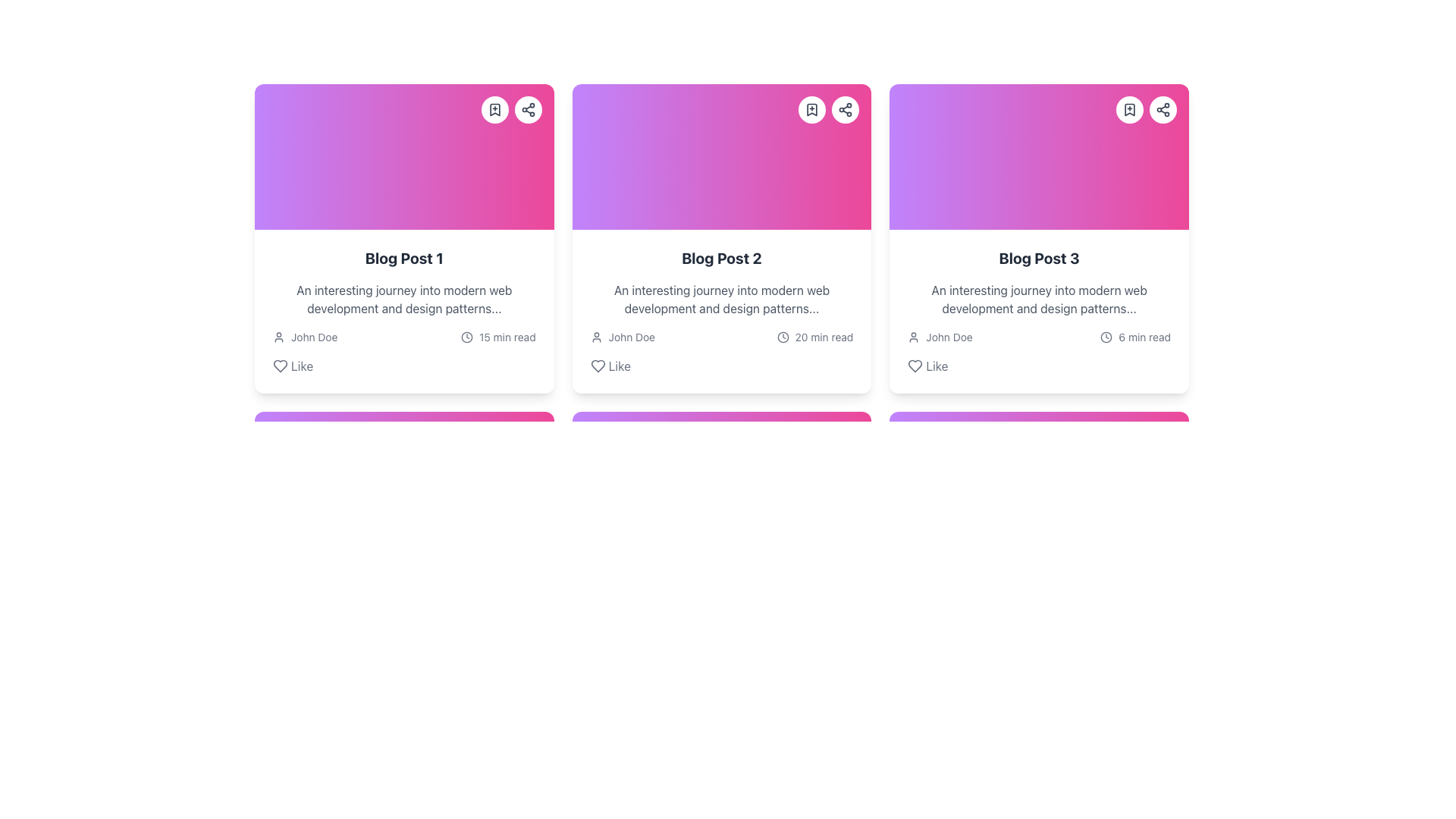 The height and width of the screenshot is (819, 1456). Describe the element at coordinates (720, 239) in the screenshot. I see `the title of the Blog post card located in the second column of the first row` at that location.